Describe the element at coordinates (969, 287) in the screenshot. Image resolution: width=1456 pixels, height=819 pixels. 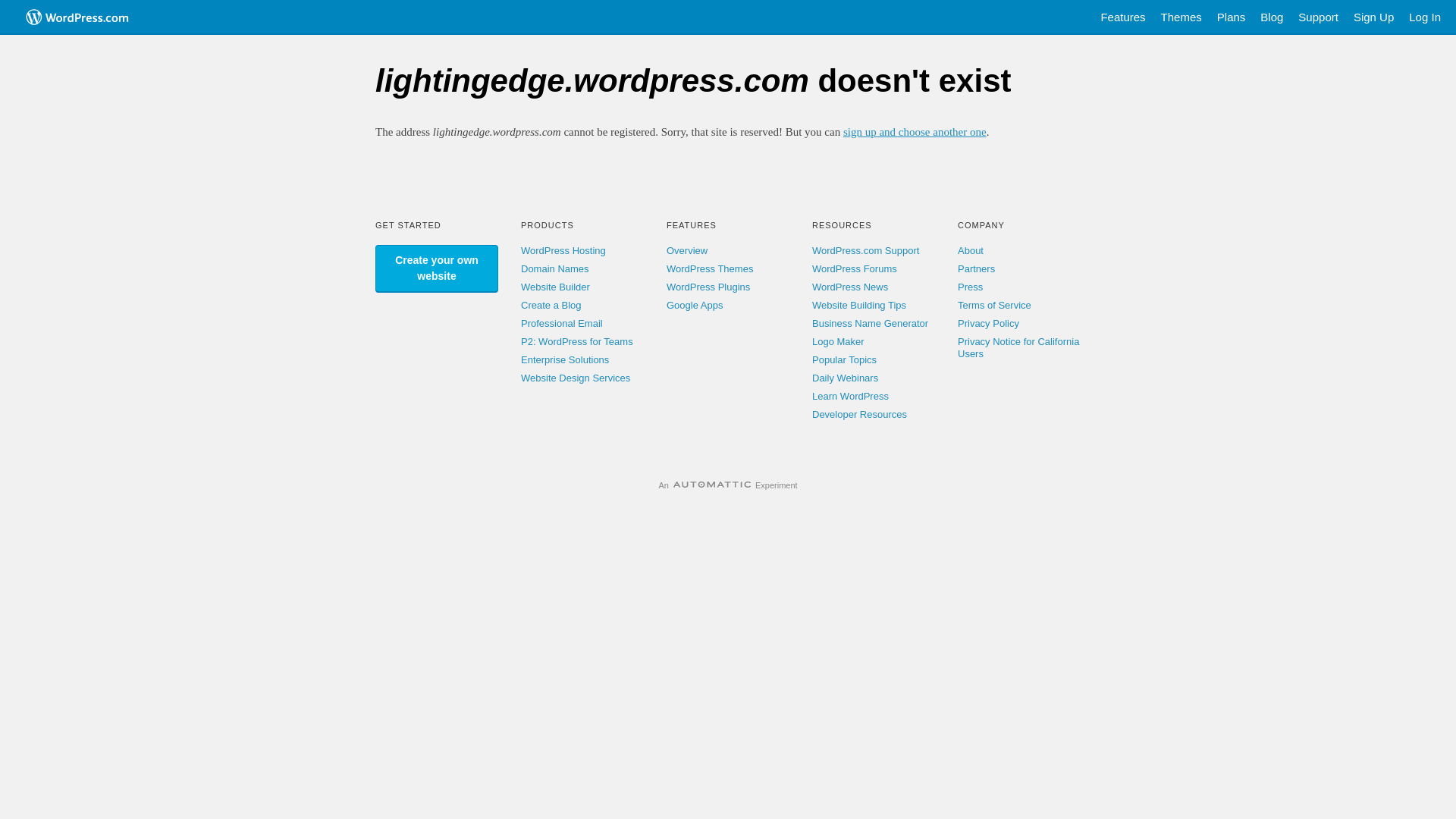
I see `'Press'` at that location.